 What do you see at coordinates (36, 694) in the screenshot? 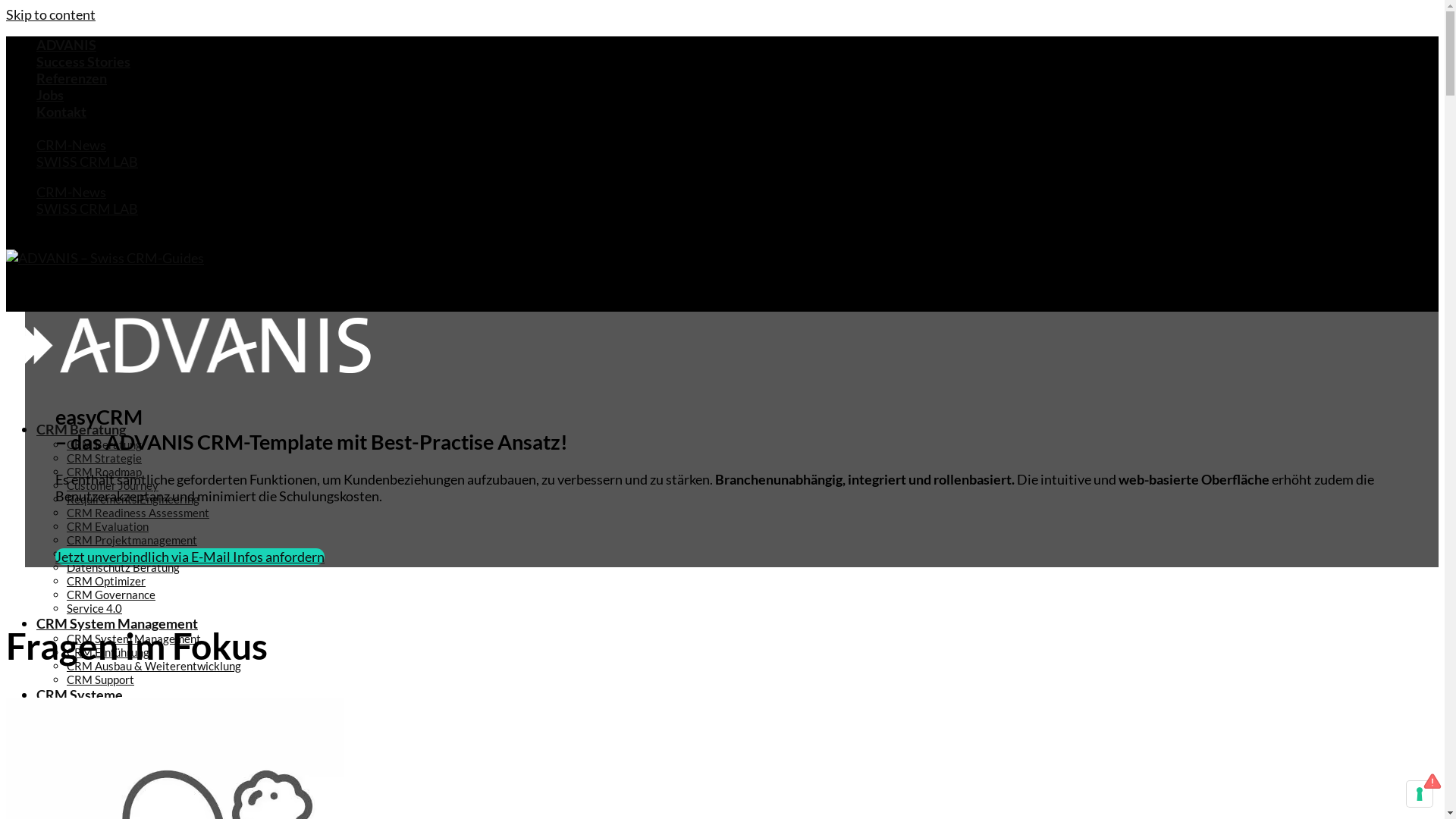
I see `'CRM Systeme'` at bounding box center [36, 694].